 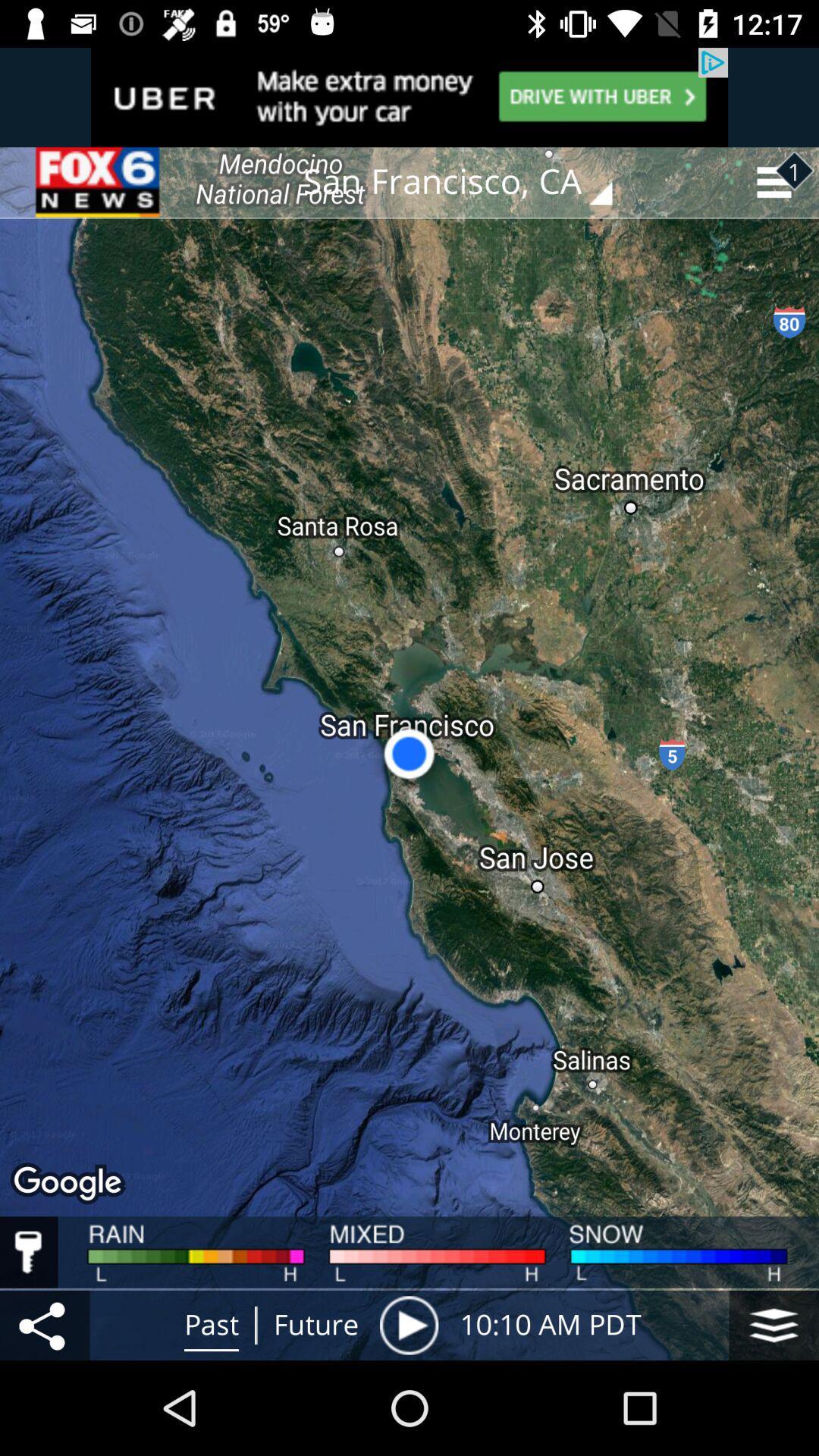 What do you see at coordinates (44, 1324) in the screenshot?
I see `the share icon` at bounding box center [44, 1324].